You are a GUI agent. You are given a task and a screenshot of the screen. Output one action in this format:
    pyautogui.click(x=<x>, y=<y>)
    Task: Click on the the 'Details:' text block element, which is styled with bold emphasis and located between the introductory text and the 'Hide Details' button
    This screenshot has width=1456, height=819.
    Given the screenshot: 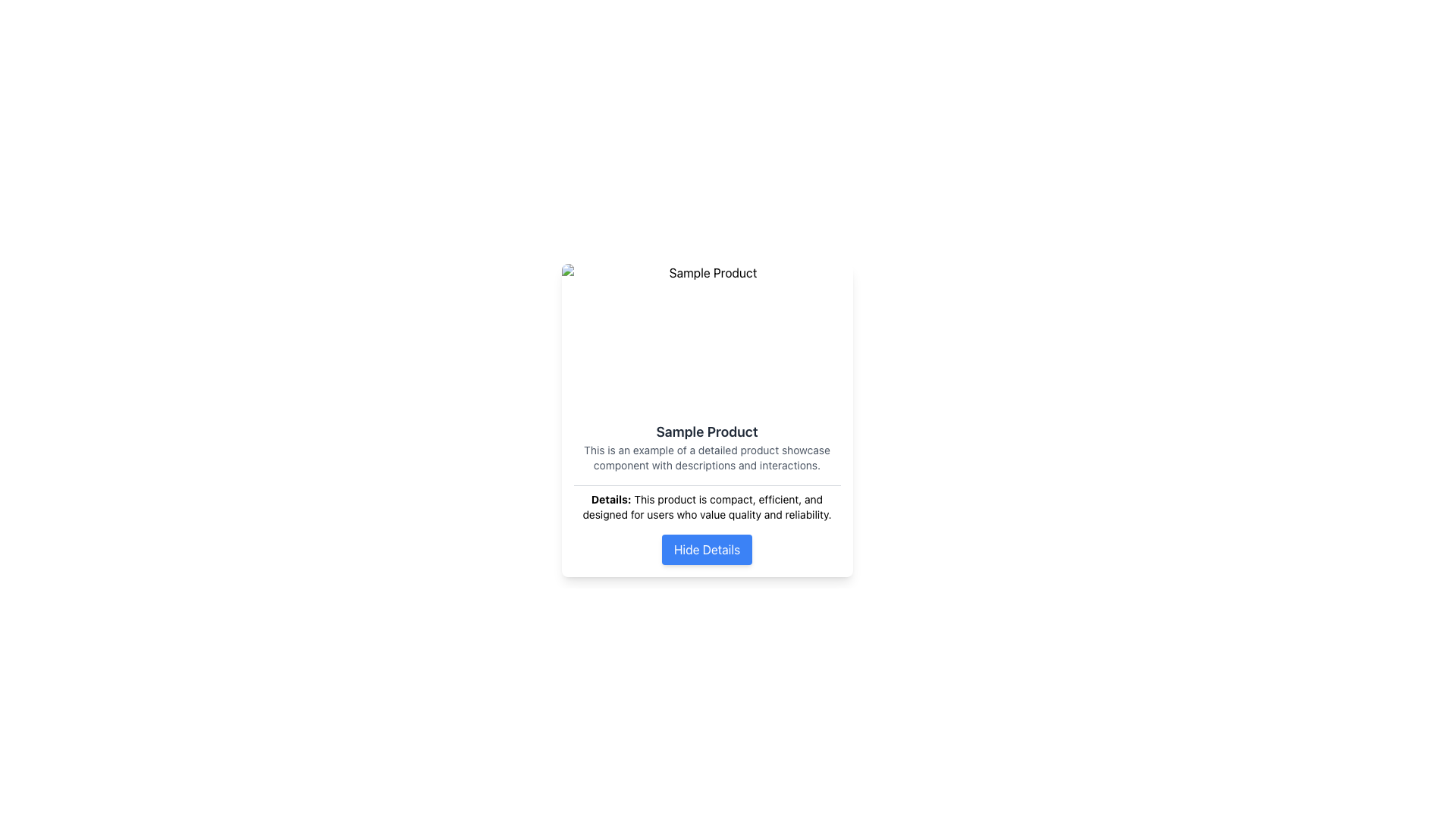 What is the action you would take?
    pyautogui.click(x=706, y=504)
    